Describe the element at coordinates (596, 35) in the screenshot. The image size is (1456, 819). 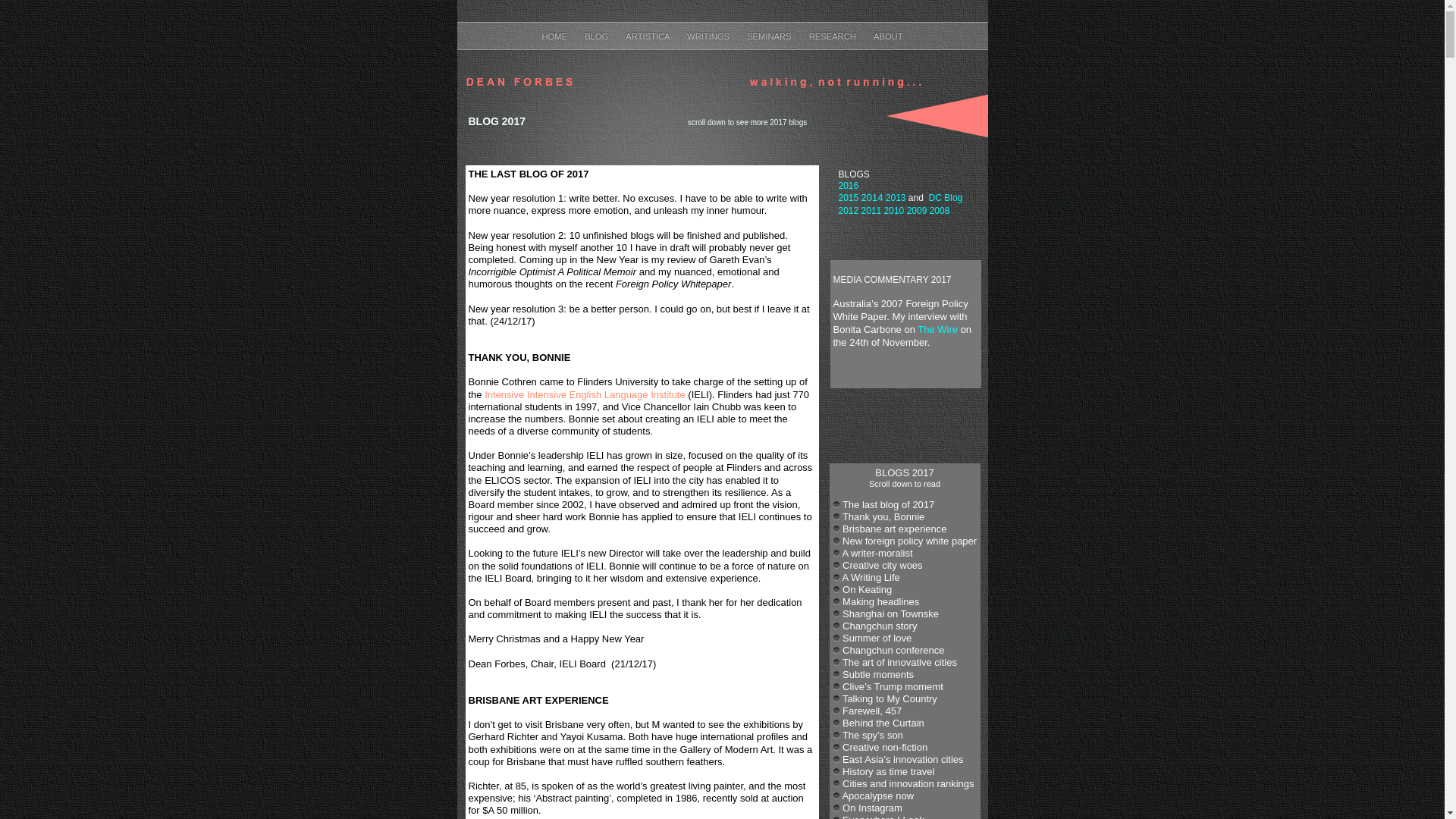
I see `'BLOG'` at that location.